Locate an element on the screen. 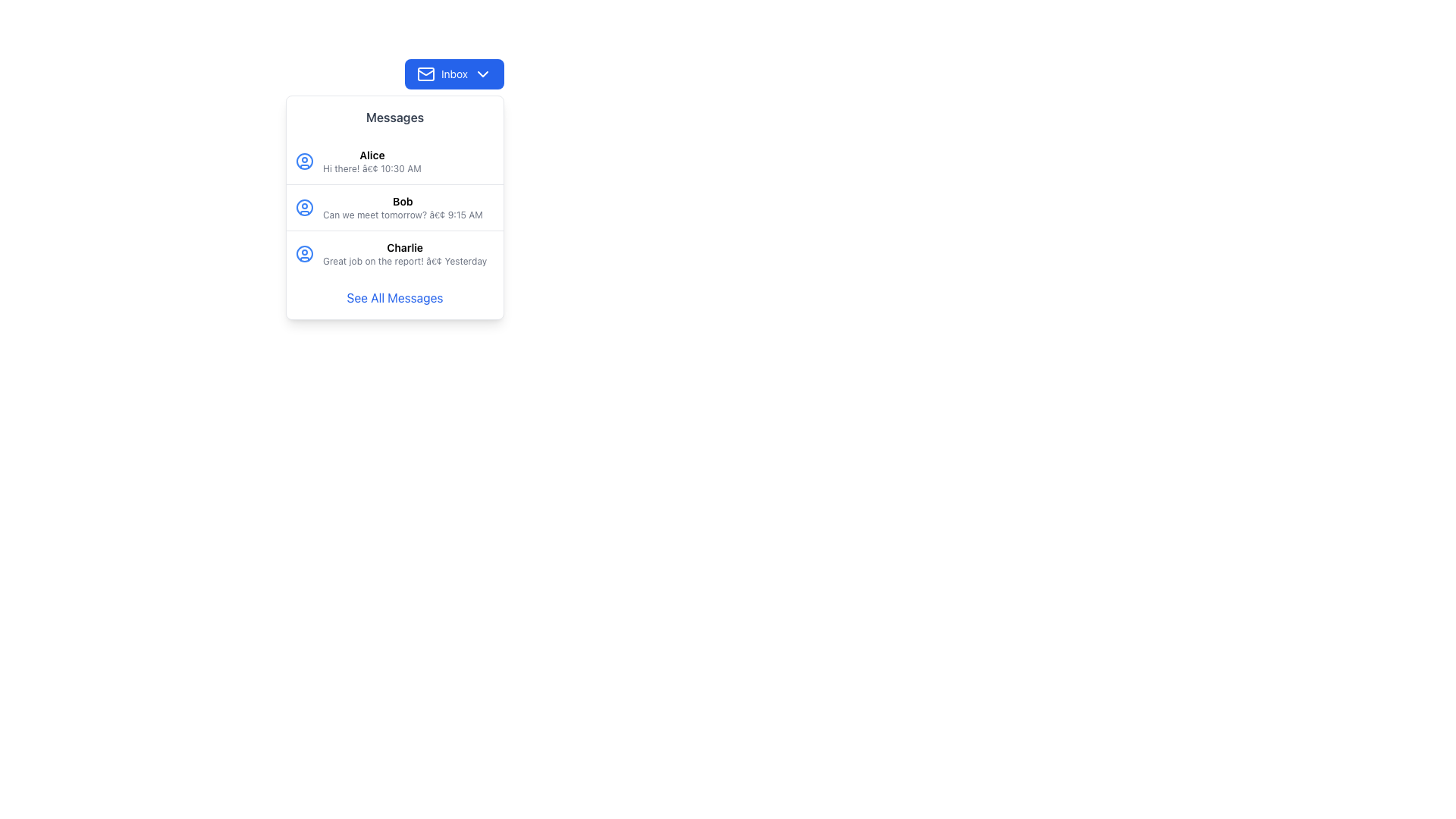 The width and height of the screenshot is (1456, 819). the Static text element that serves as a title or header for the card, which is located at the top of the card-like component is located at coordinates (395, 116).